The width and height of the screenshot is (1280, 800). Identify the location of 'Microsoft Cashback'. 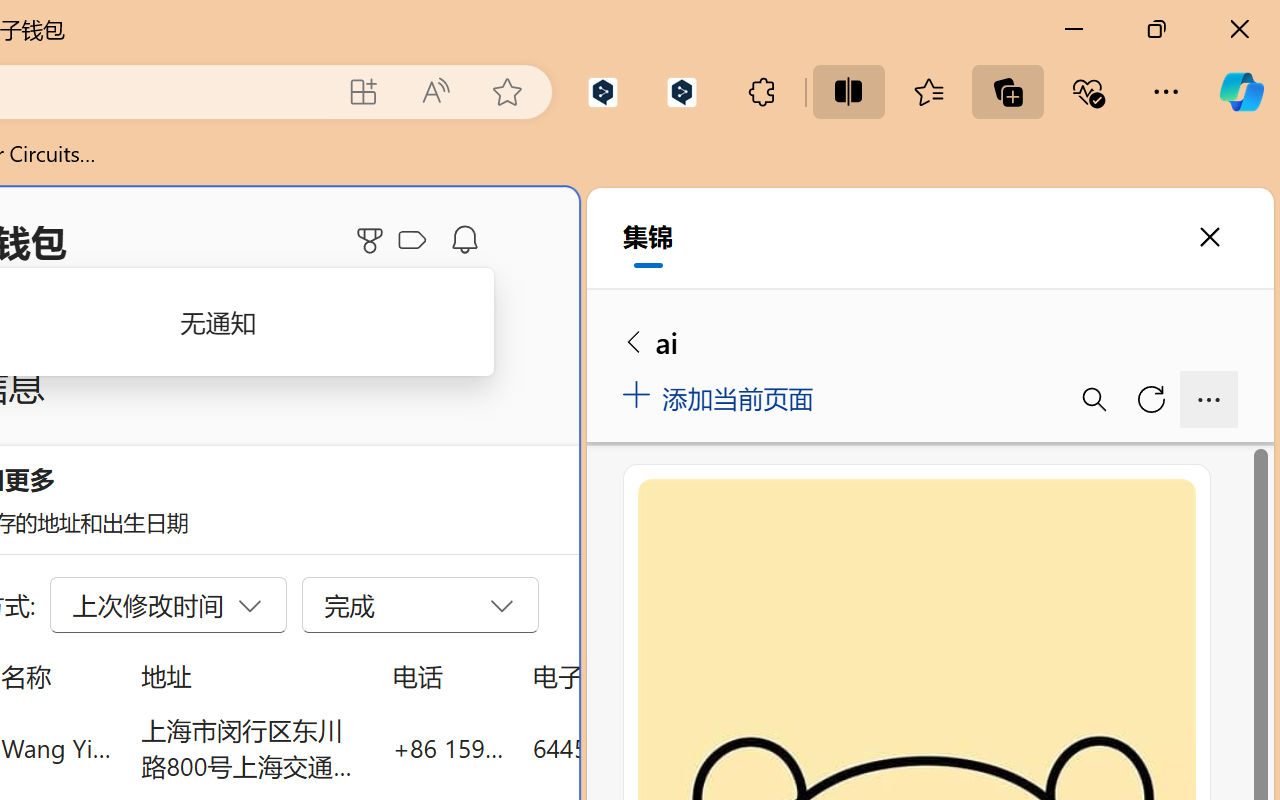
(415, 240).